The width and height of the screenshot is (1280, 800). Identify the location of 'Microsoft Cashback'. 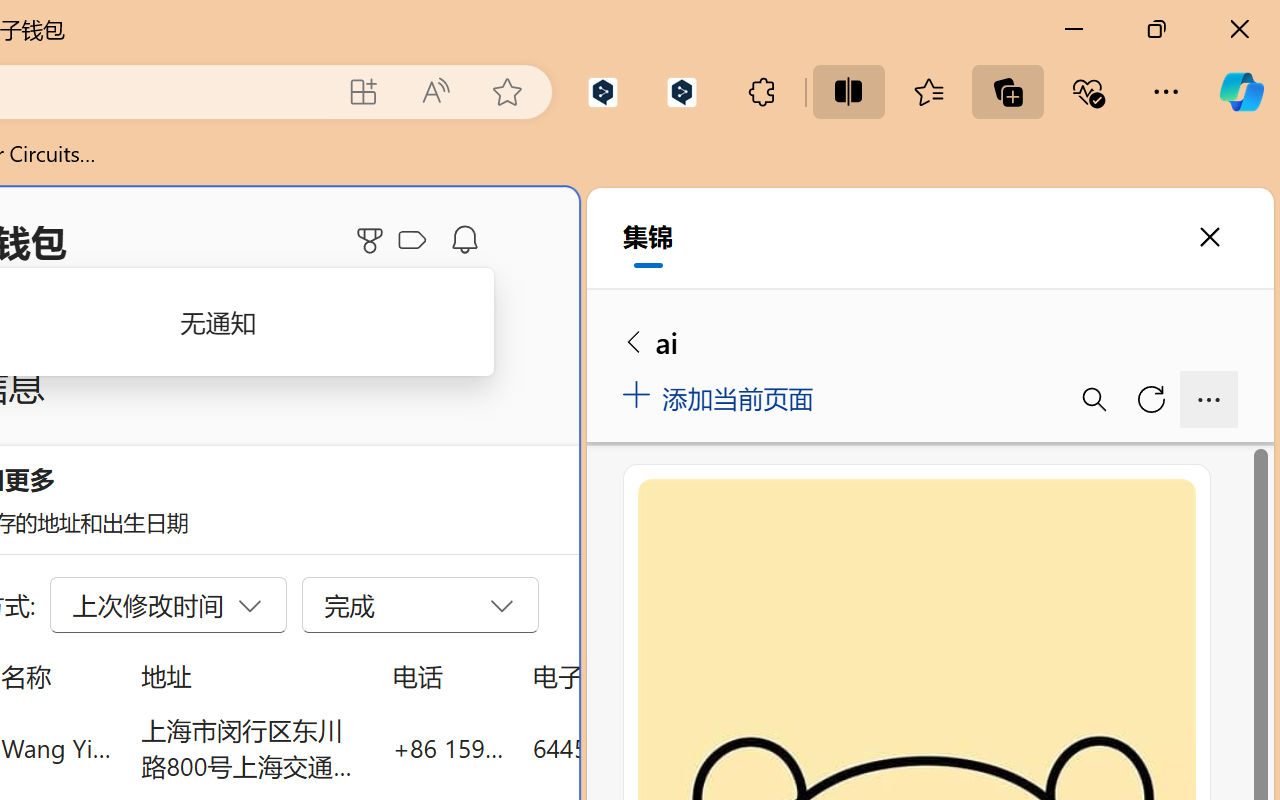
(415, 240).